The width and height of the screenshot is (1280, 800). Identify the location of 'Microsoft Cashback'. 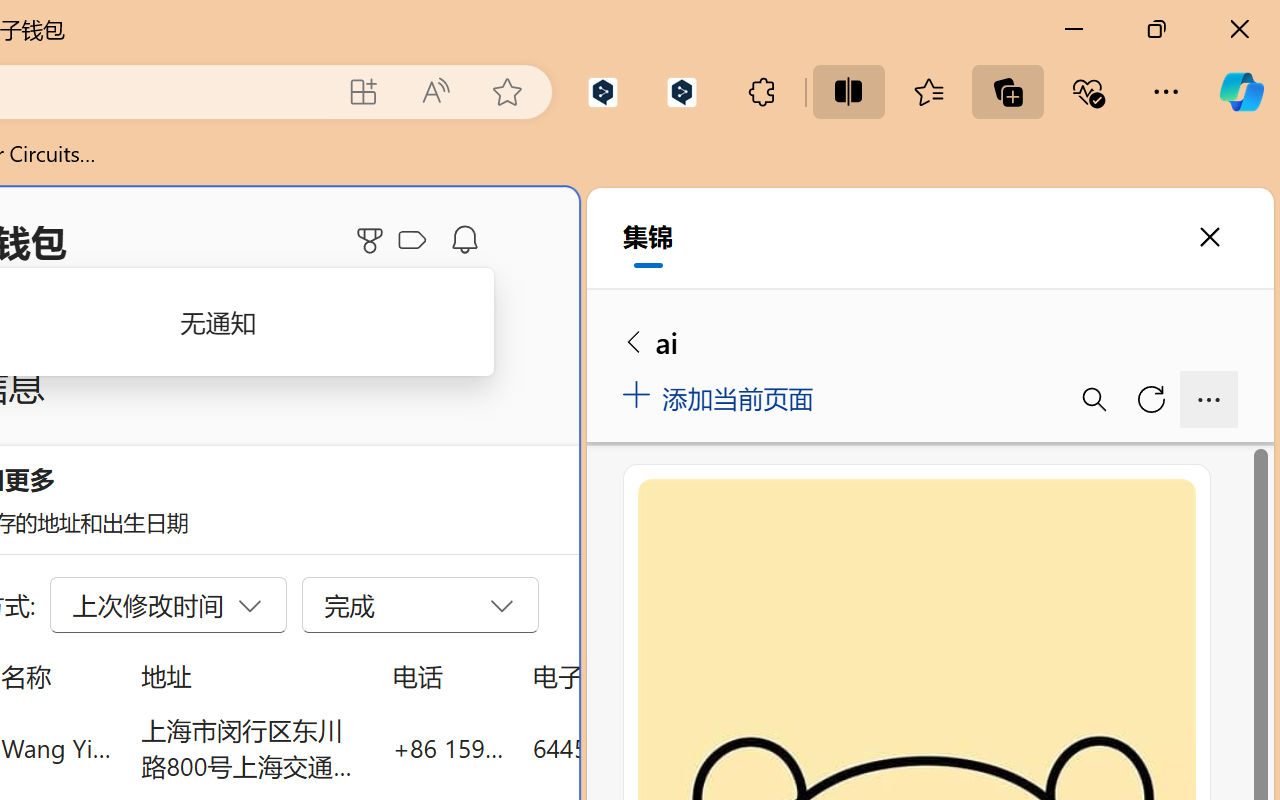
(415, 240).